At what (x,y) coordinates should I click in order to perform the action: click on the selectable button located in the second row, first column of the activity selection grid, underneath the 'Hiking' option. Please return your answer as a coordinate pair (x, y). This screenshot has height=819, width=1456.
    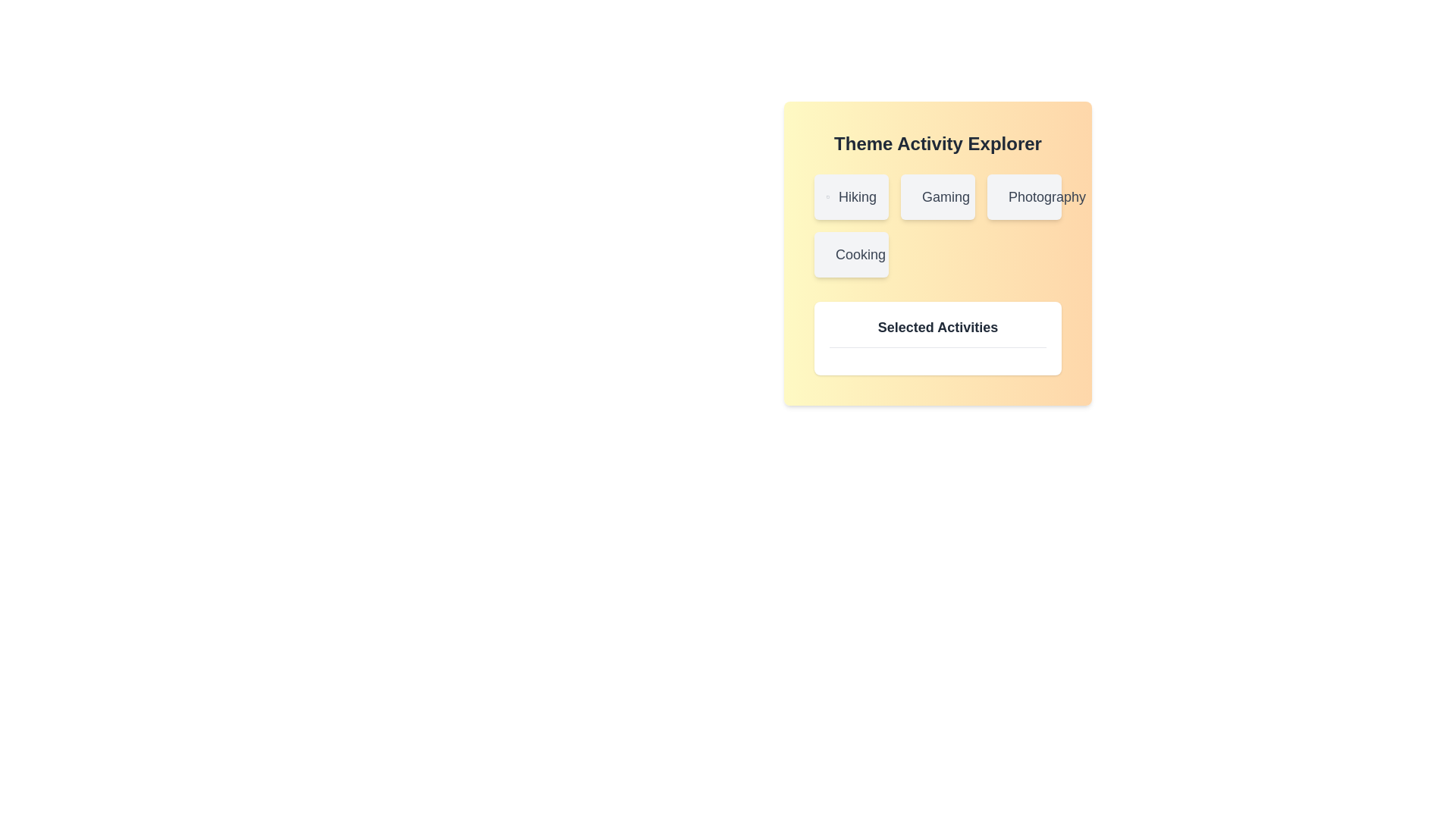
    Looking at the image, I should click on (852, 253).